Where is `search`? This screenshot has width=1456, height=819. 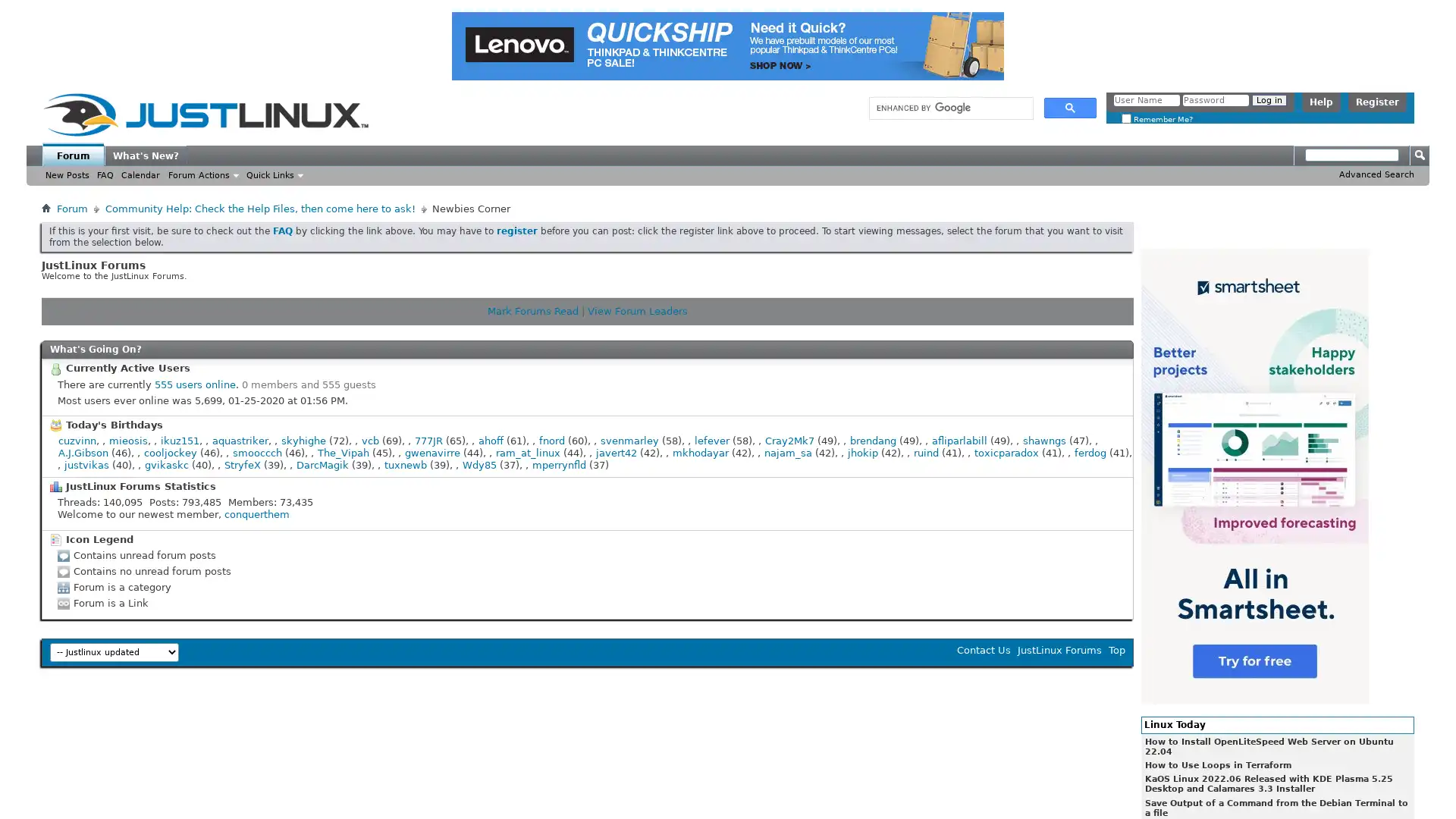
search is located at coordinates (1069, 107).